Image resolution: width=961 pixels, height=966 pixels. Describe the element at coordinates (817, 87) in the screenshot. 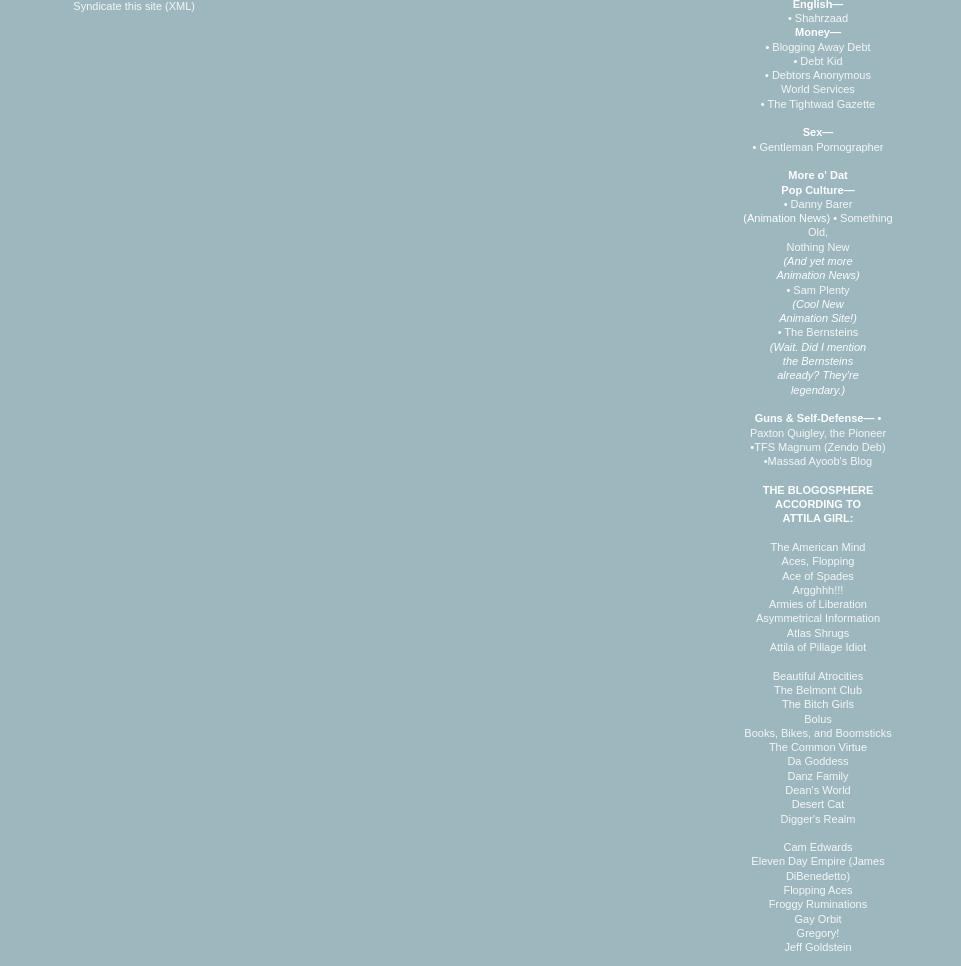

I see `'World Services'` at that location.